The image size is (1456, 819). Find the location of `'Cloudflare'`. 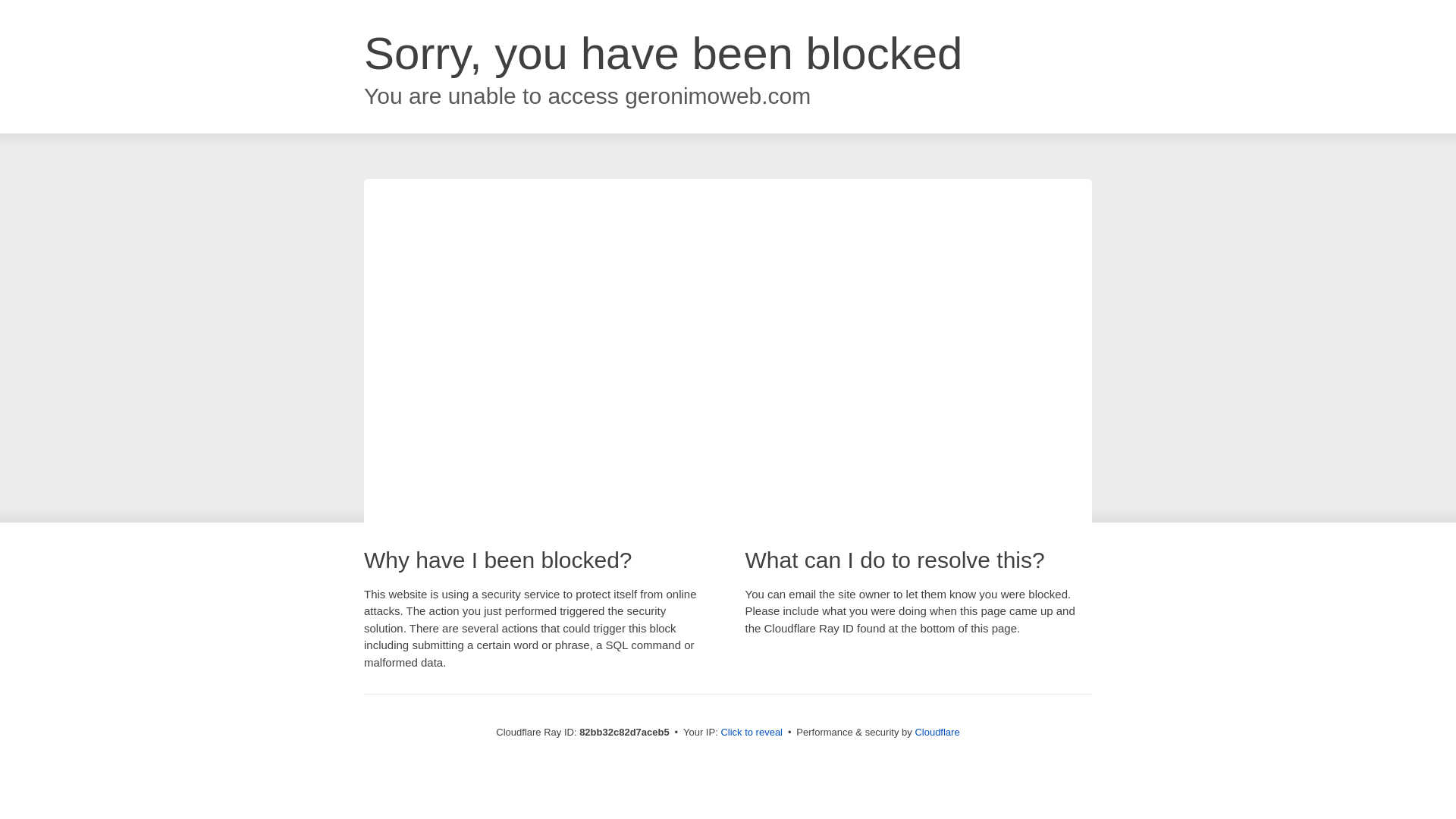

'Cloudflare' is located at coordinates (936, 731).